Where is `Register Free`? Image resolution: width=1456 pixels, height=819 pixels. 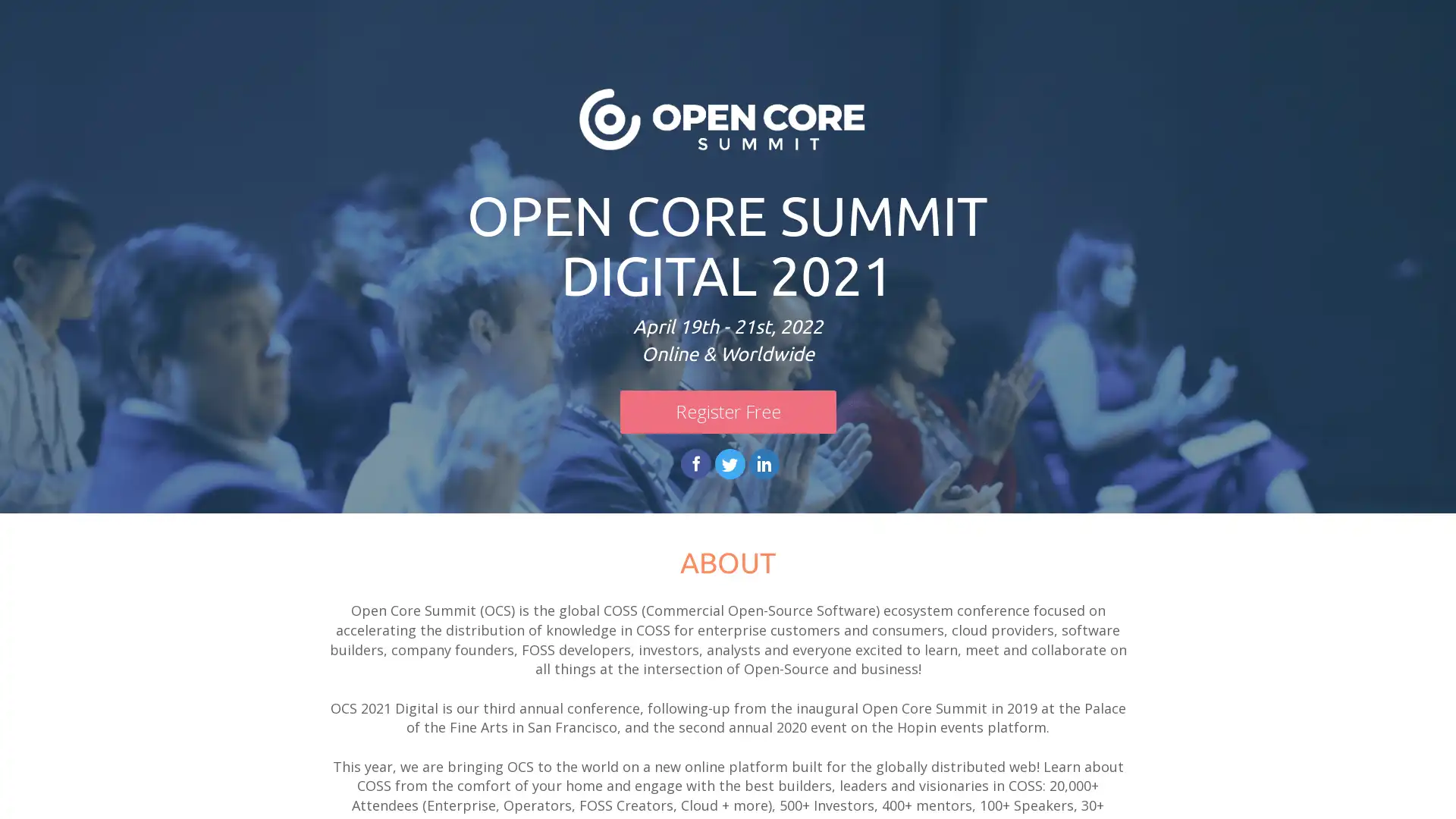 Register Free is located at coordinates (726, 412).